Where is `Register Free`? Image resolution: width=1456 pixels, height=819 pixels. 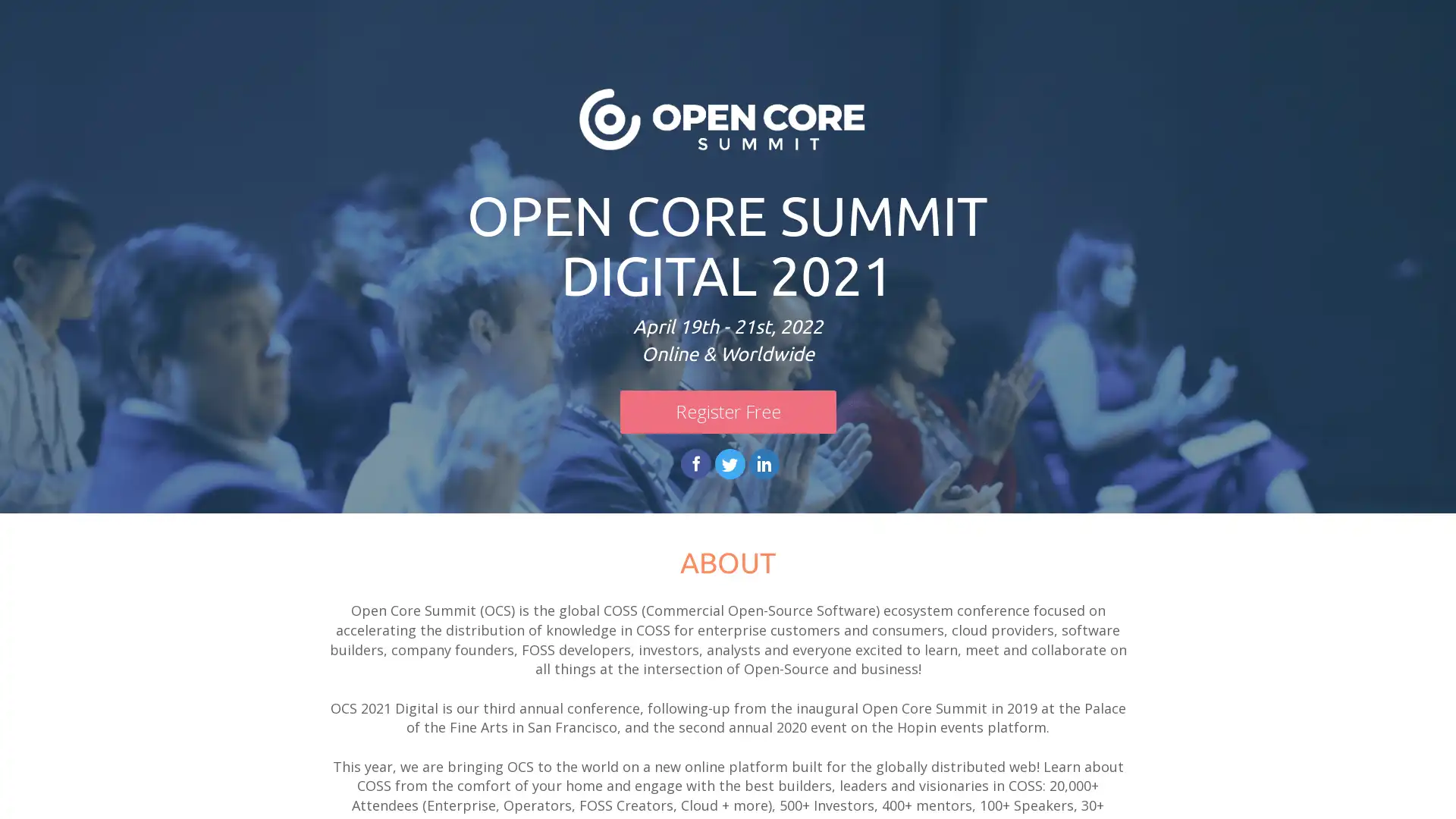 Register Free is located at coordinates (726, 412).